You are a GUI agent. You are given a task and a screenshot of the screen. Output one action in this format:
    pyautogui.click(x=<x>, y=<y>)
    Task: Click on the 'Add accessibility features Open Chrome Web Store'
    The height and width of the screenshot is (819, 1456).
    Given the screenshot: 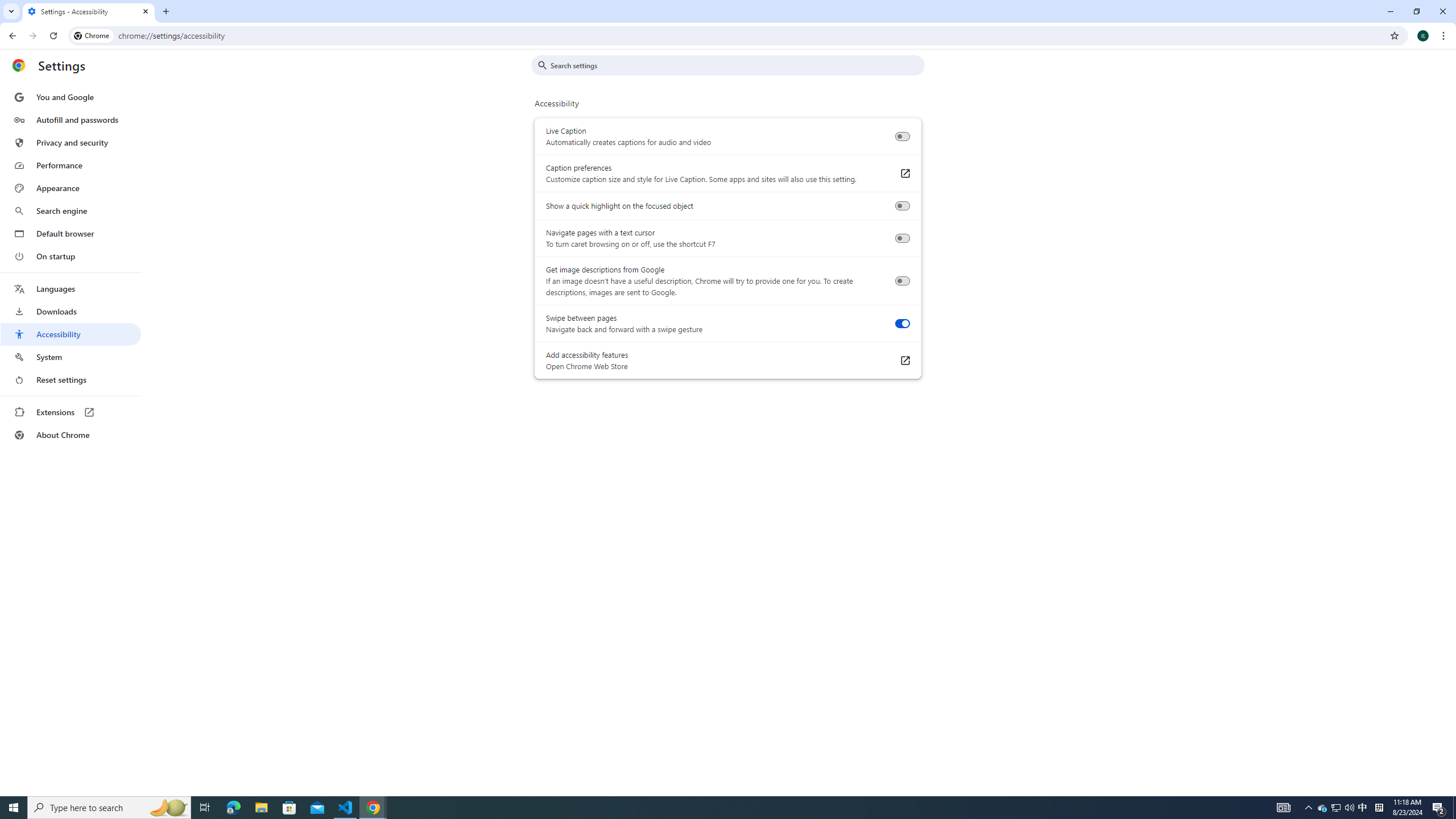 What is the action you would take?
    pyautogui.click(x=904, y=360)
    